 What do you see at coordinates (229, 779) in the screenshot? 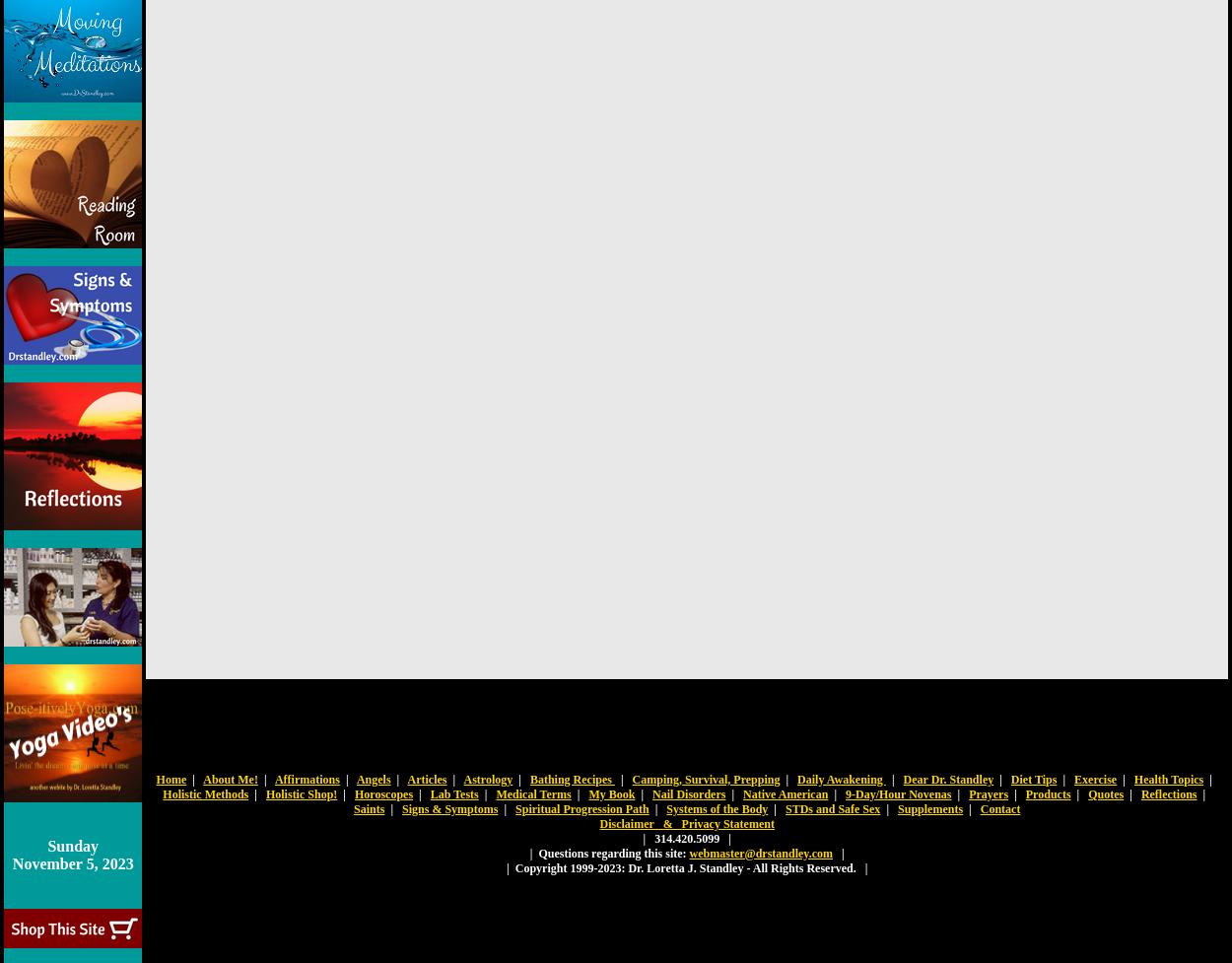
I see `'About Me!'` at bounding box center [229, 779].